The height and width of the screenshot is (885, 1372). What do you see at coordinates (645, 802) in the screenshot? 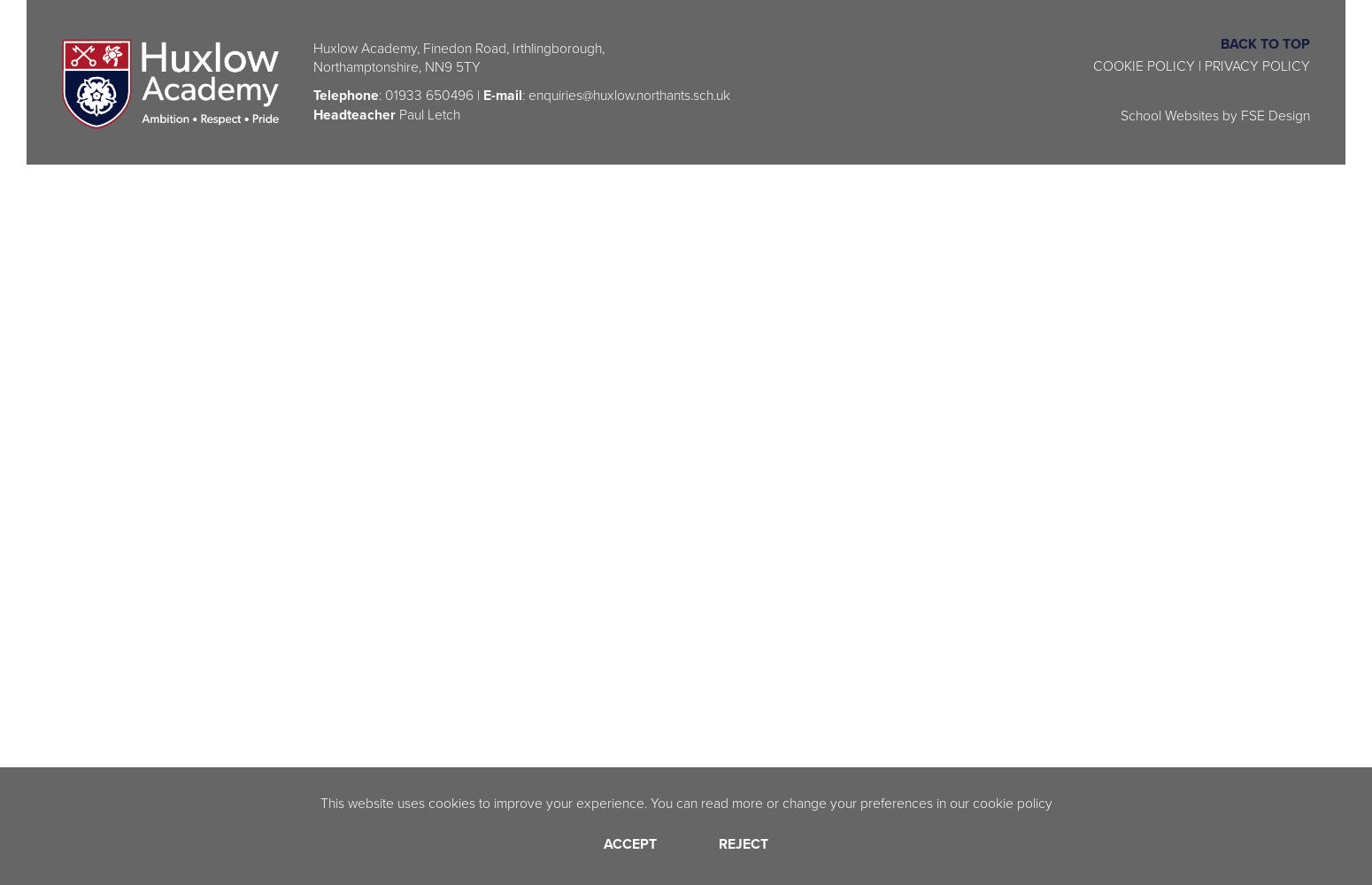
I see `'This website uses cookies to improve your experience. You can read more or change your preferences in our'` at bounding box center [645, 802].